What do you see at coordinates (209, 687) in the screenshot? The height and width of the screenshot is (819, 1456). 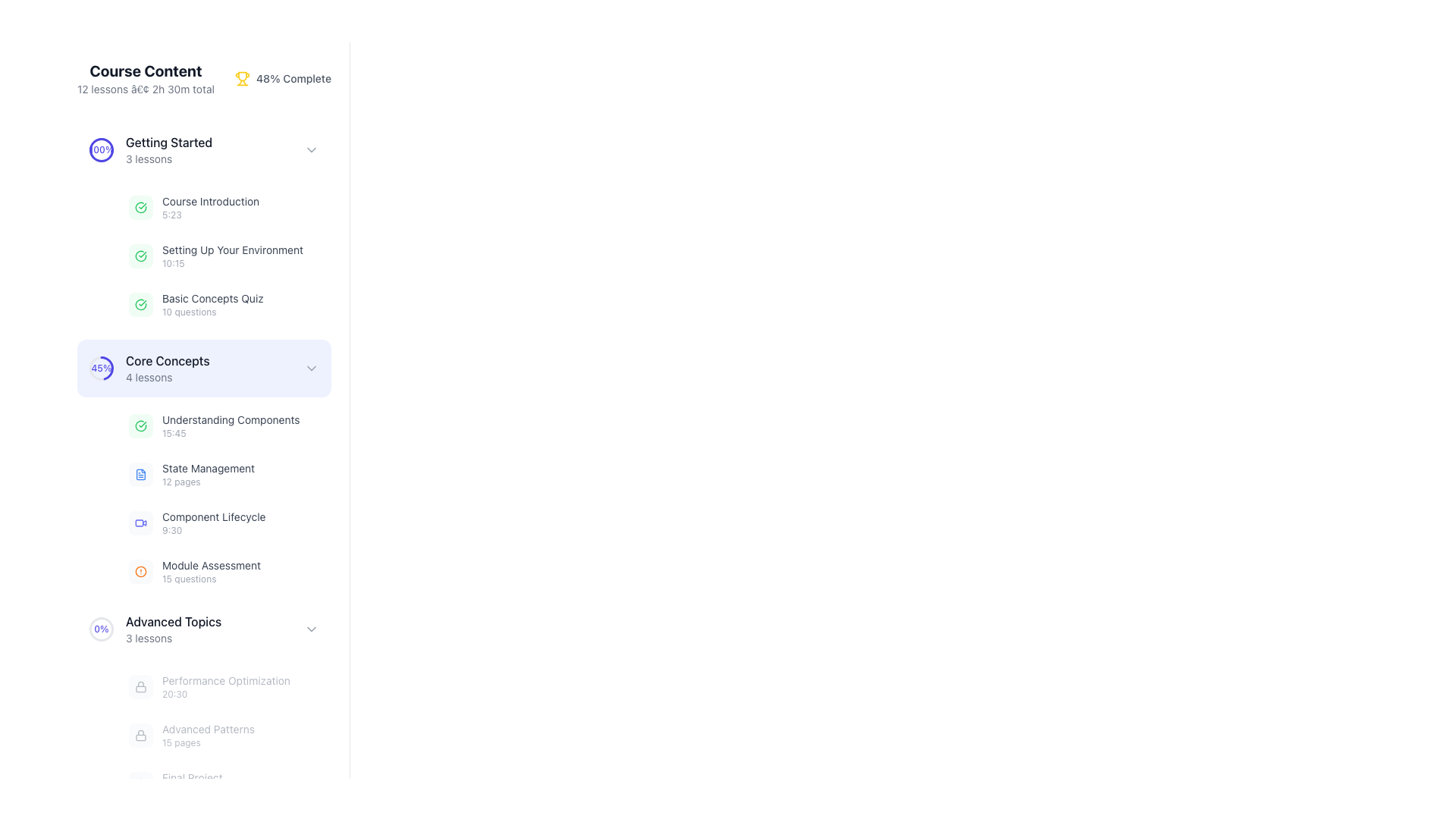 I see `the list item containing a lock icon and the text 'Performance Optimization' located in the 'Advanced Topics' section` at bounding box center [209, 687].